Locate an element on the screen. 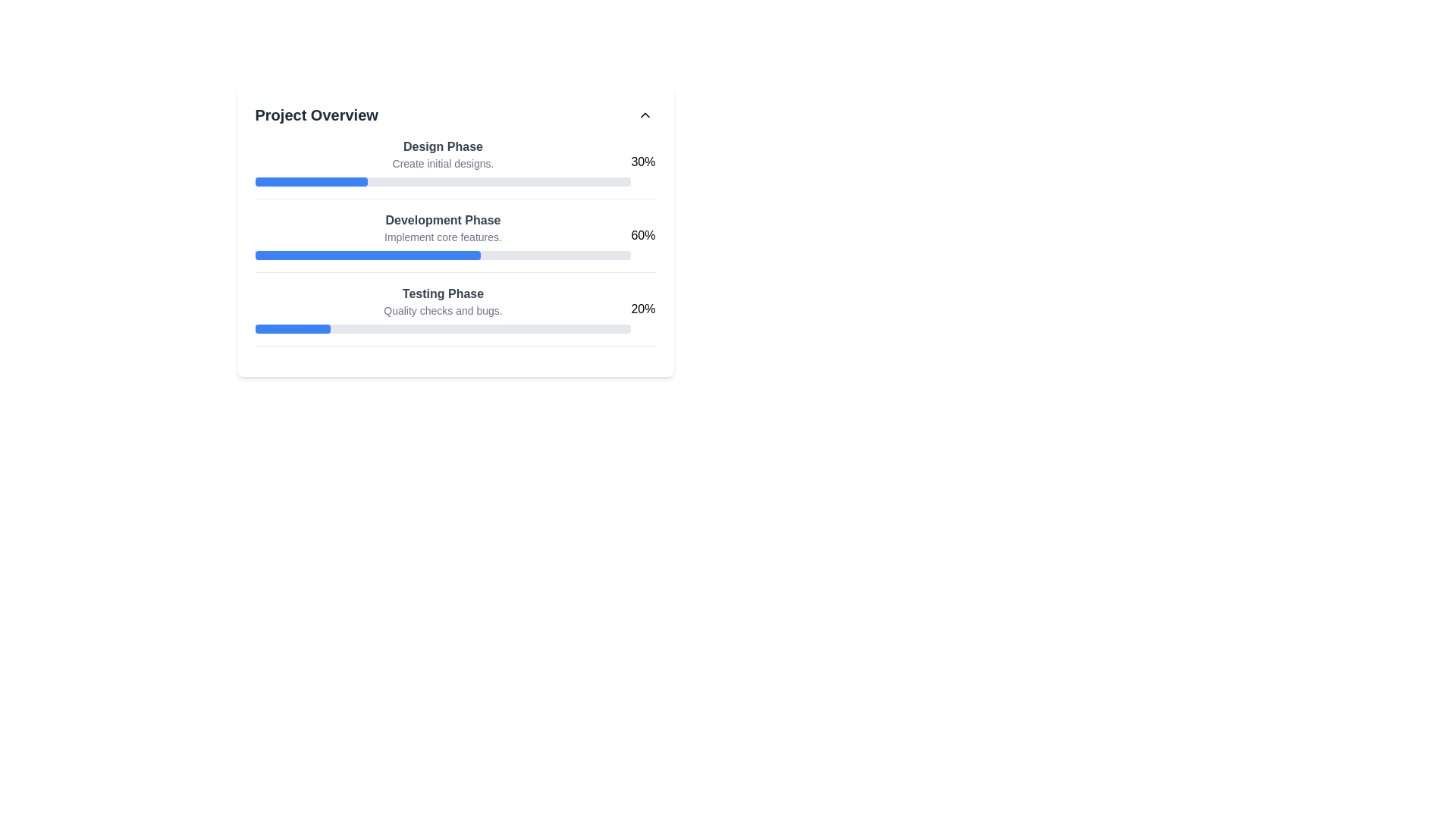  the 'Development Phase' text label in the project timeline is located at coordinates (442, 236).